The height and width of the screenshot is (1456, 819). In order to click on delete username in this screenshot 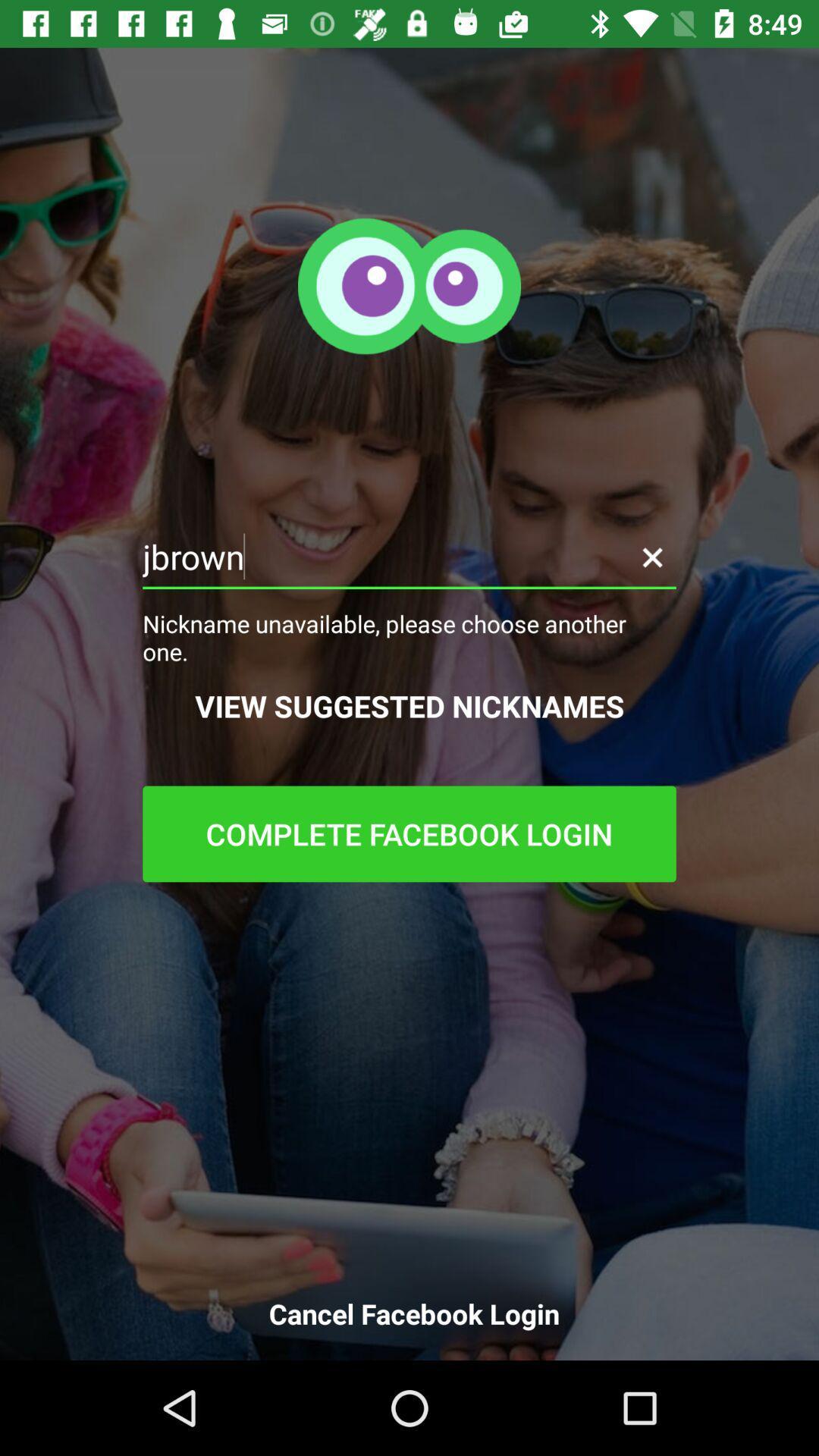, I will do `click(651, 556)`.